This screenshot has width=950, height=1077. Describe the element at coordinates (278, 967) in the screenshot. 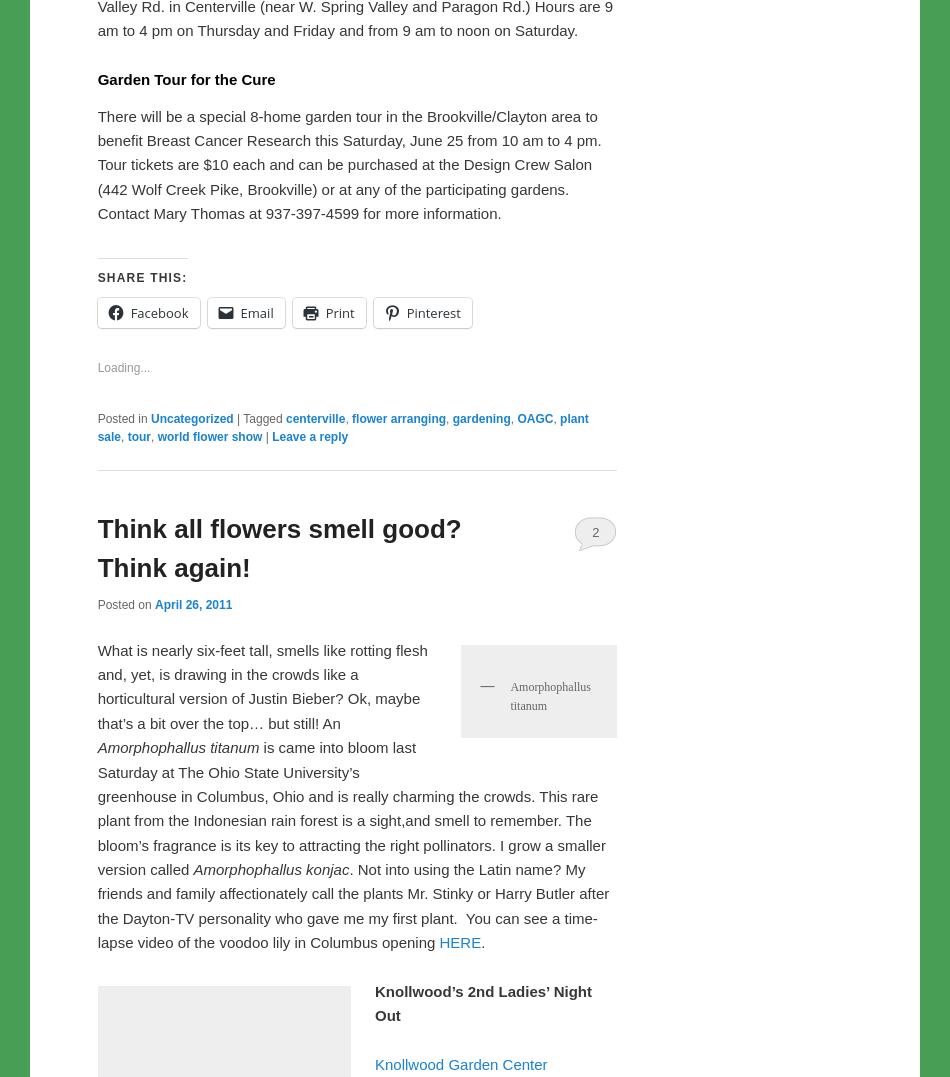

I see `'Think all flowers smell good? Think again!'` at that location.